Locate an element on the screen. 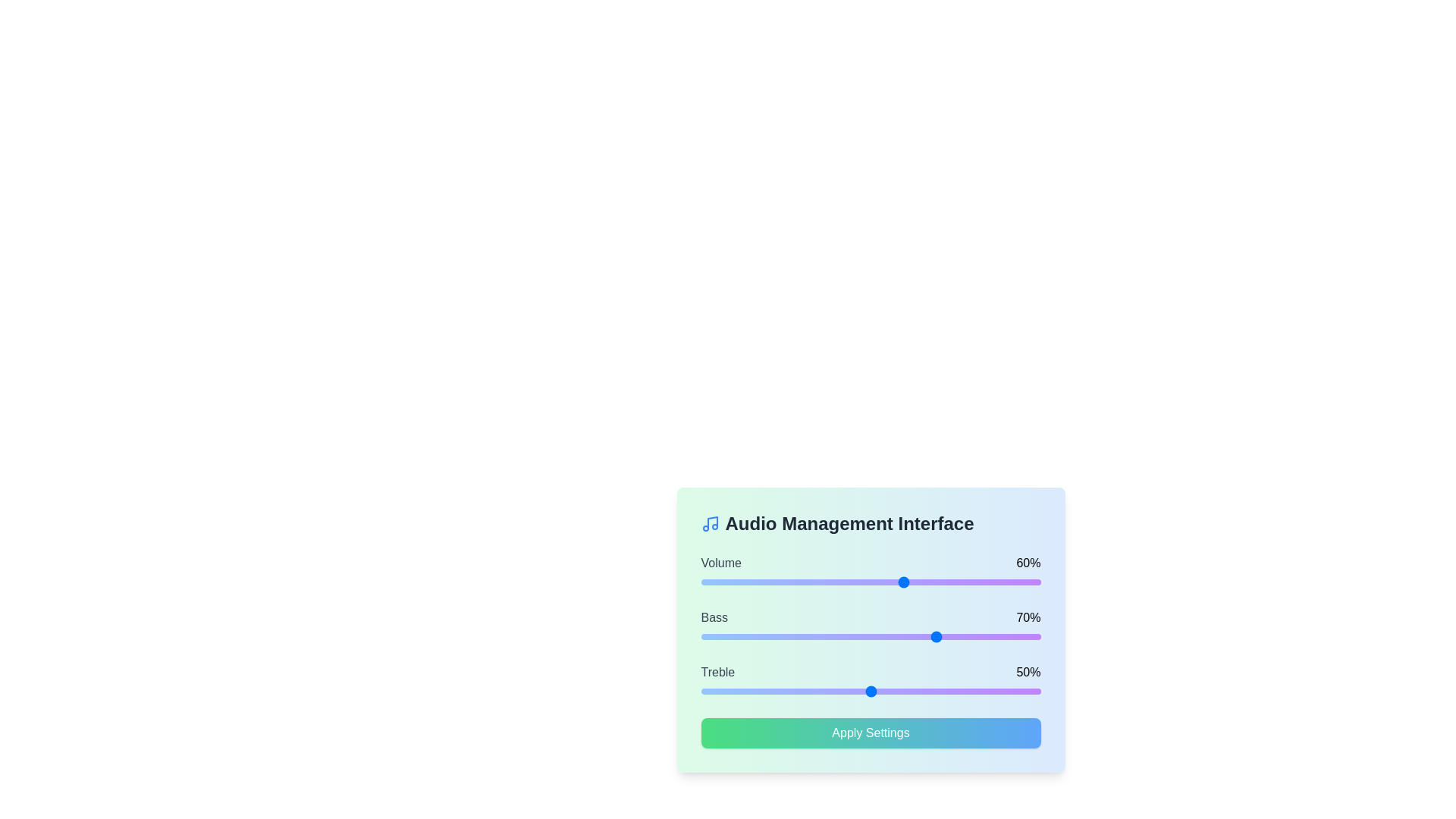  the slider's value is located at coordinates (857, 581).